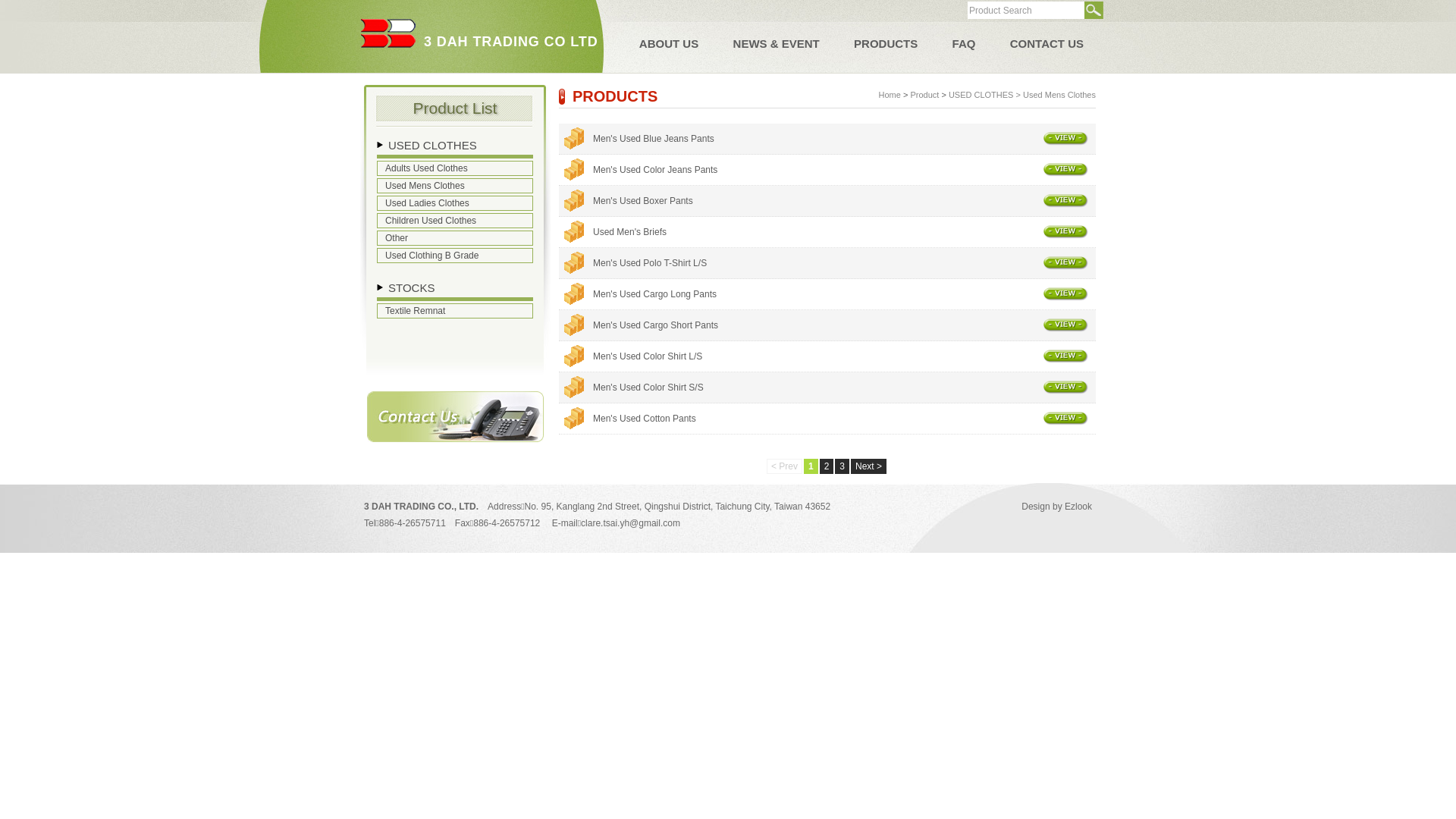  What do you see at coordinates (630, 522) in the screenshot?
I see `'clare.tsai.yh@gmail.com'` at bounding box center [630, 522].